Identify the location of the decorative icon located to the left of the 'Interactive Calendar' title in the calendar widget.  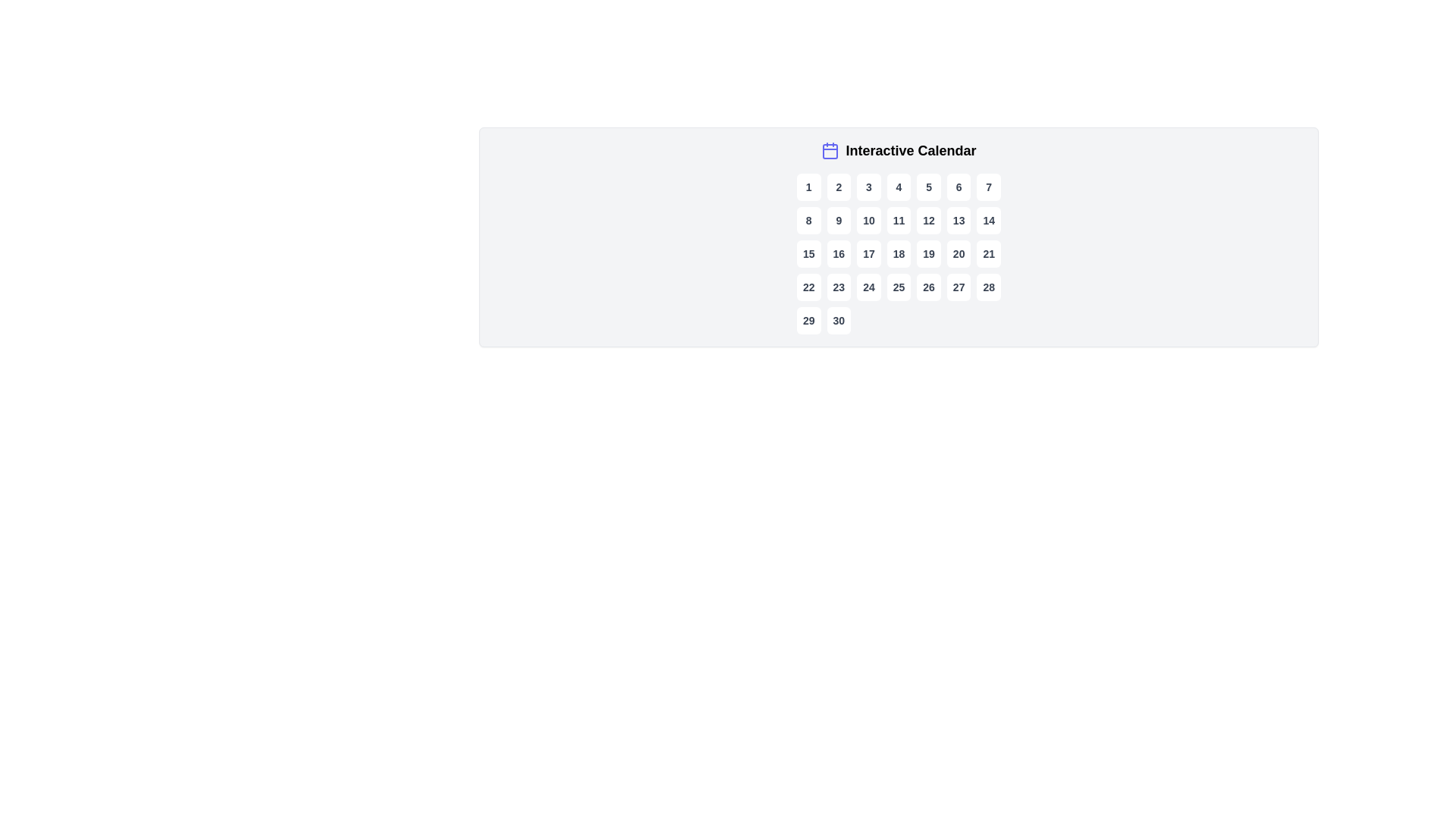
(830, 151).